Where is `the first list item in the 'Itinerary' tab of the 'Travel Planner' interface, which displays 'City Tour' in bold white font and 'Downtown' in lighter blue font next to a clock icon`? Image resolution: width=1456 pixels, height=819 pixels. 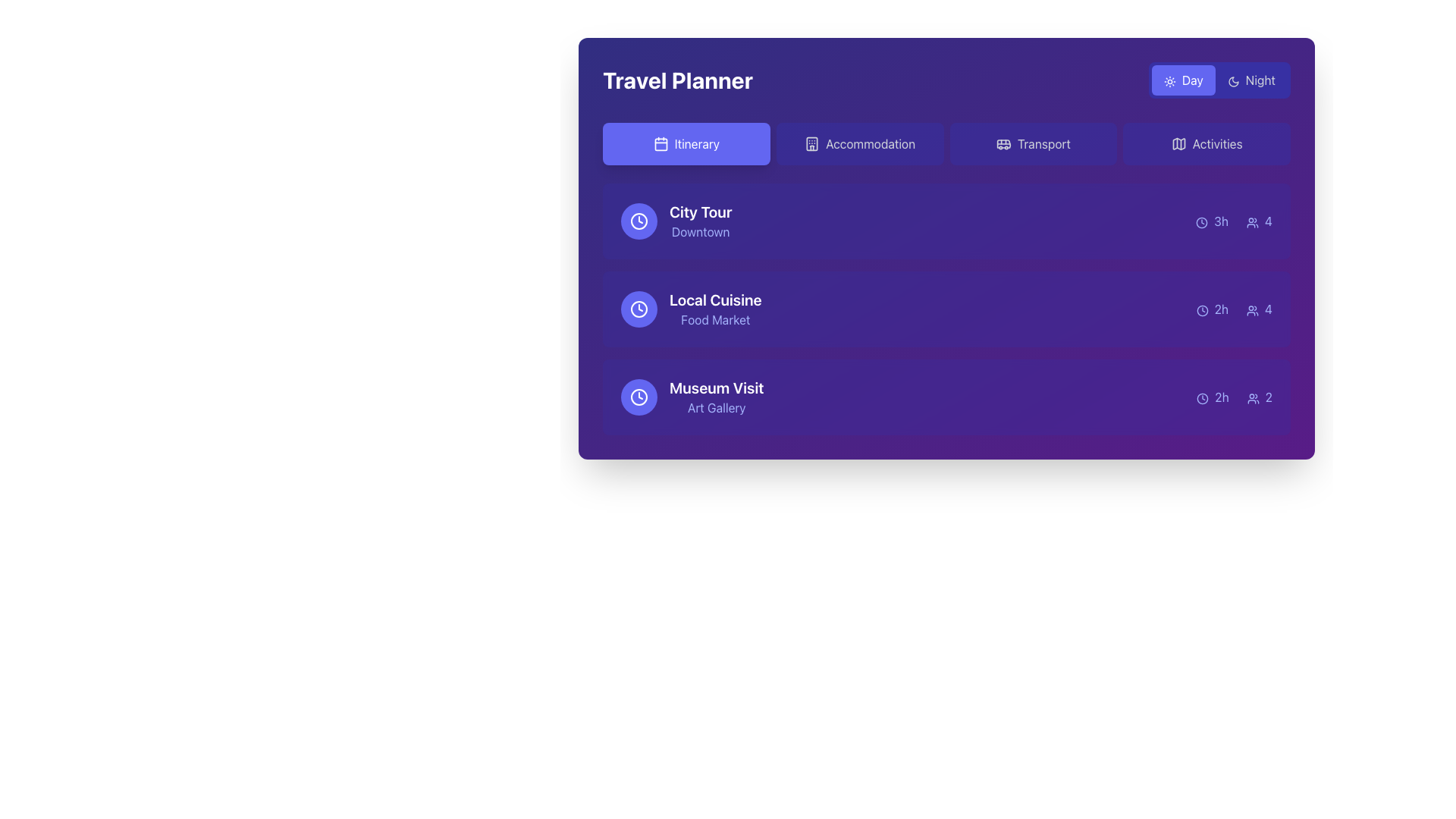
the first list item in the 'Itinerary' tab of the 'Travel Planner' interface, which displays 'City Tour' in bold white font and 'Downtown' in lighter blue font next to a clock icon is located at coordinates (676, 221).